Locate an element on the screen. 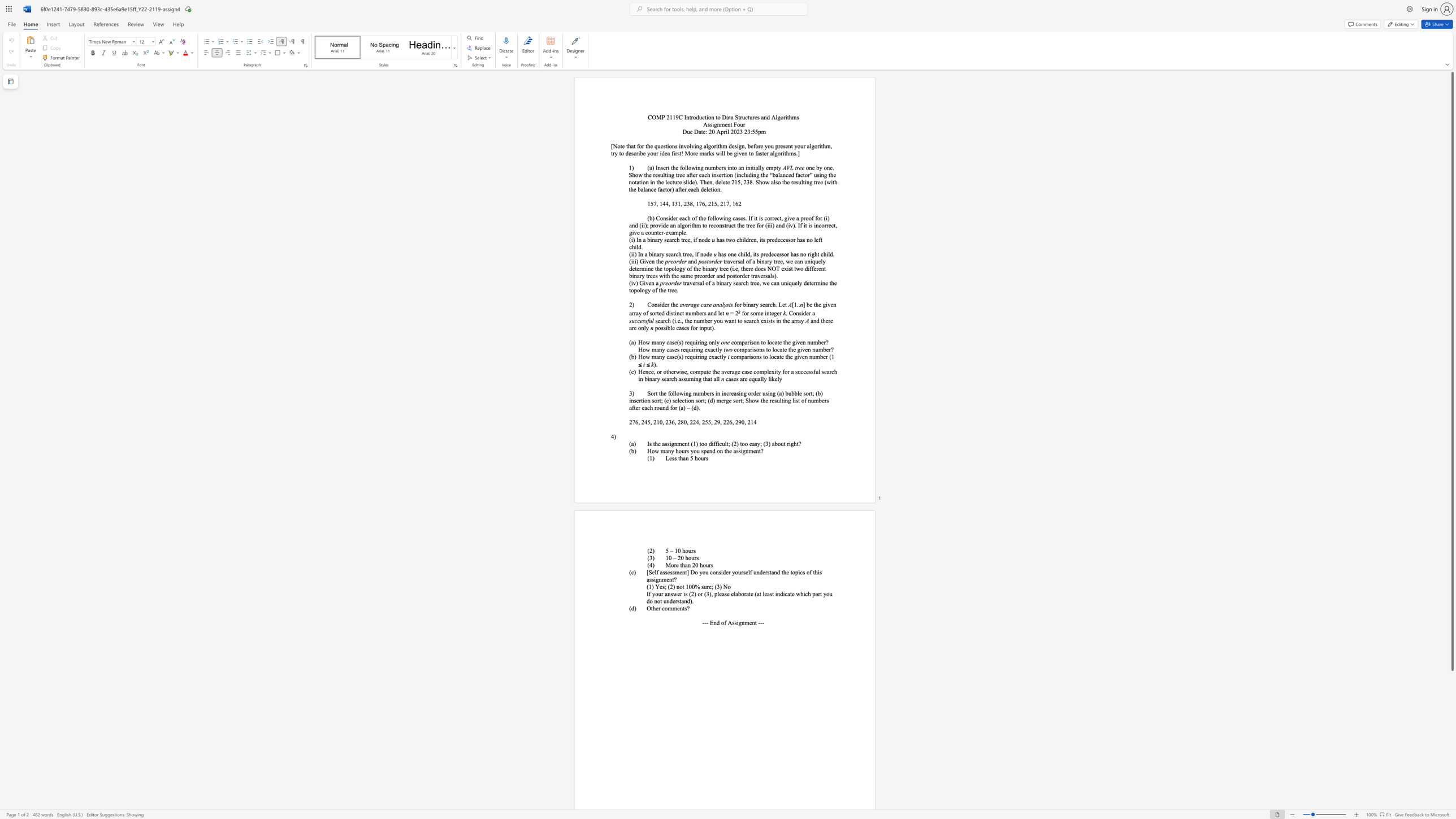 This screenshot has width=1456, height=819. the subset text "search (i.e., the n" within the text "search (i.e., the number you want to search exists in the array" is located at coordinates (655, 320).